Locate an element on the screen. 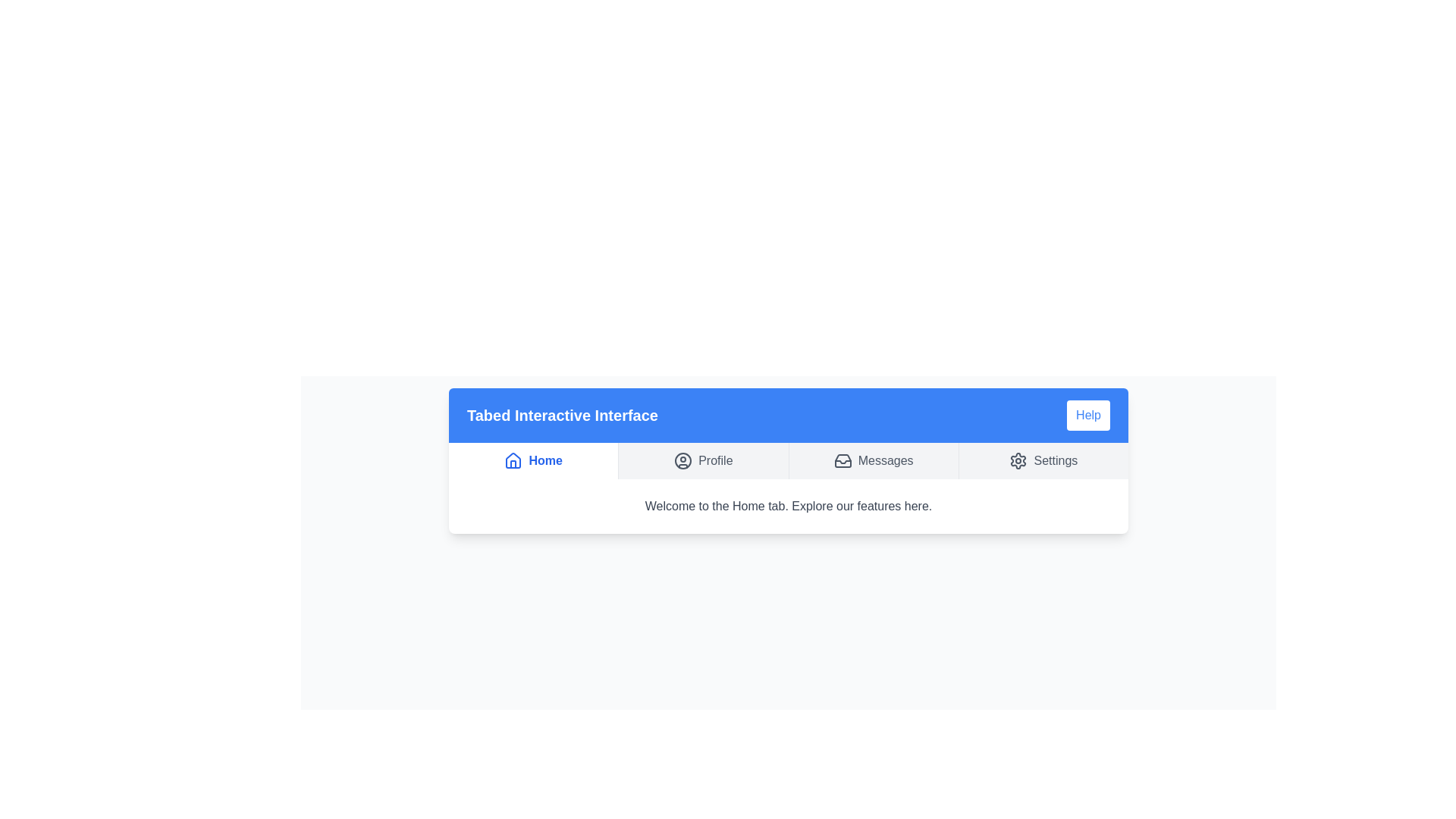 The image size is (1456, 819). the 'Home' icon located on the left side of the navigation bar, which serves as a link to the main page is located at coordinates (513, 460).